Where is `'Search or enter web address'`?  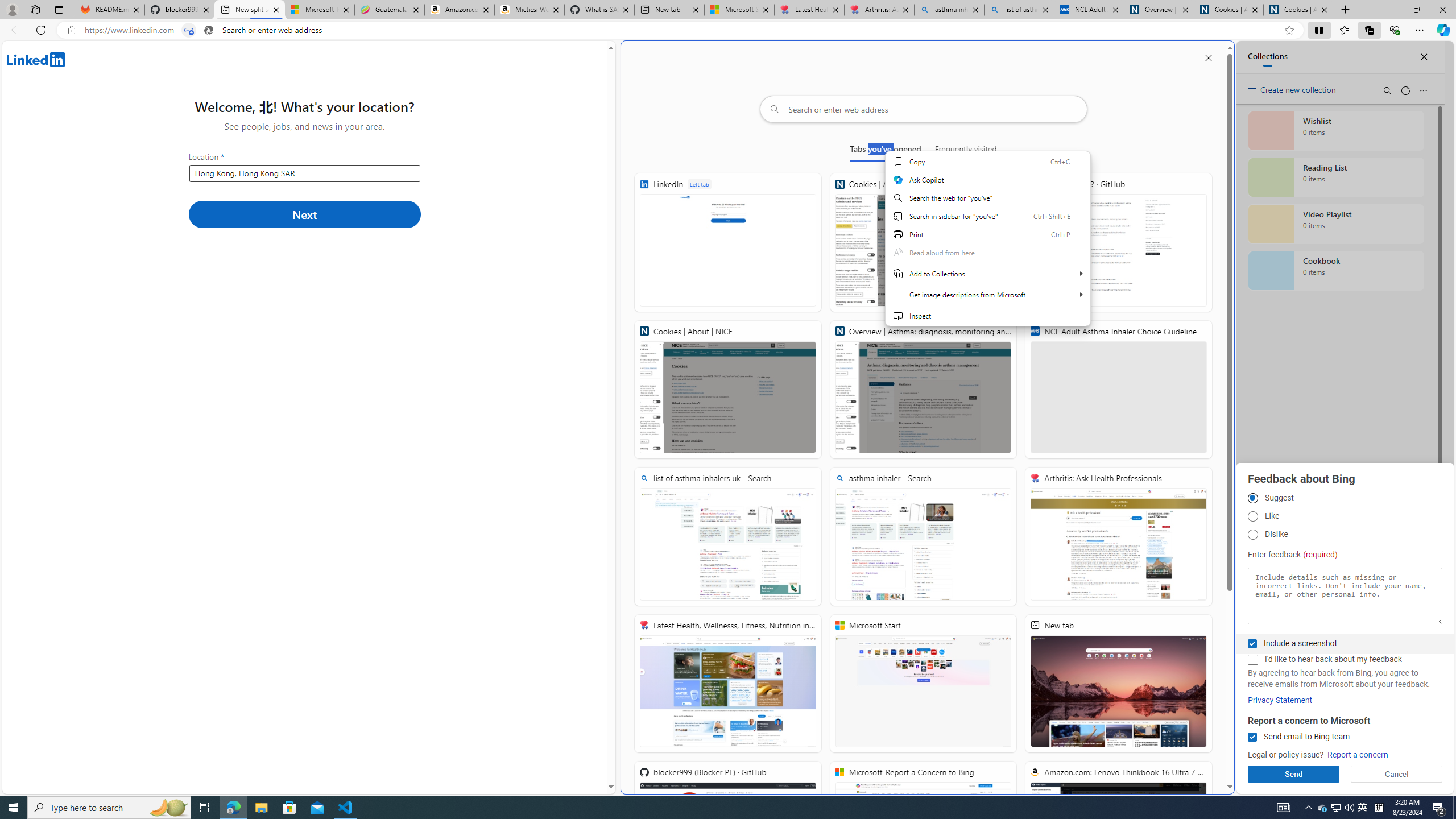 'Search or enter web address' is located at coordinates (923, 109).